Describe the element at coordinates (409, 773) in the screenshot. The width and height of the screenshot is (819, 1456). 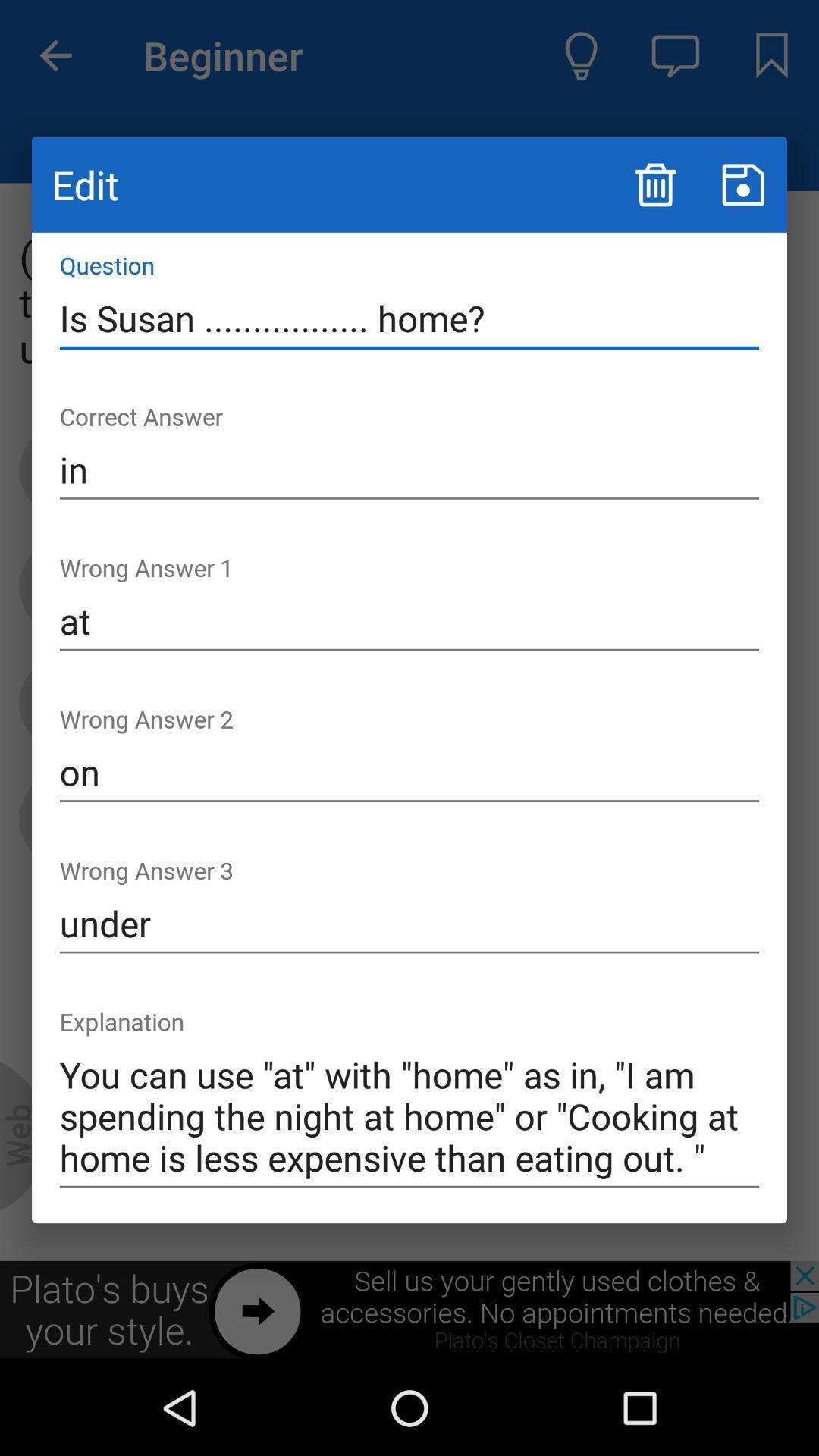
I see `the icon above the under icon` at that location.